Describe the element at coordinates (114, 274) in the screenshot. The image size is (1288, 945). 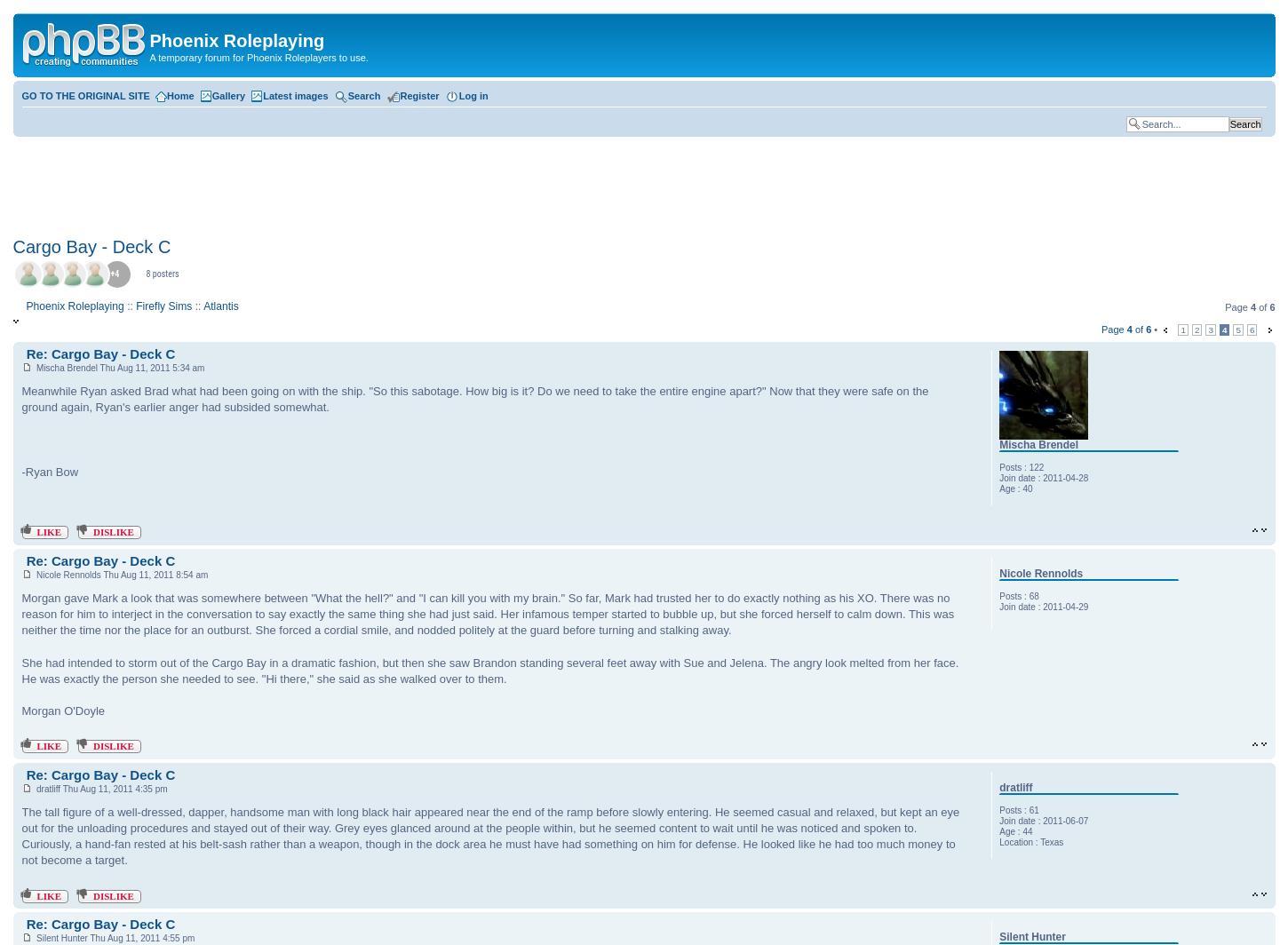
I see `'+4'` at that location.